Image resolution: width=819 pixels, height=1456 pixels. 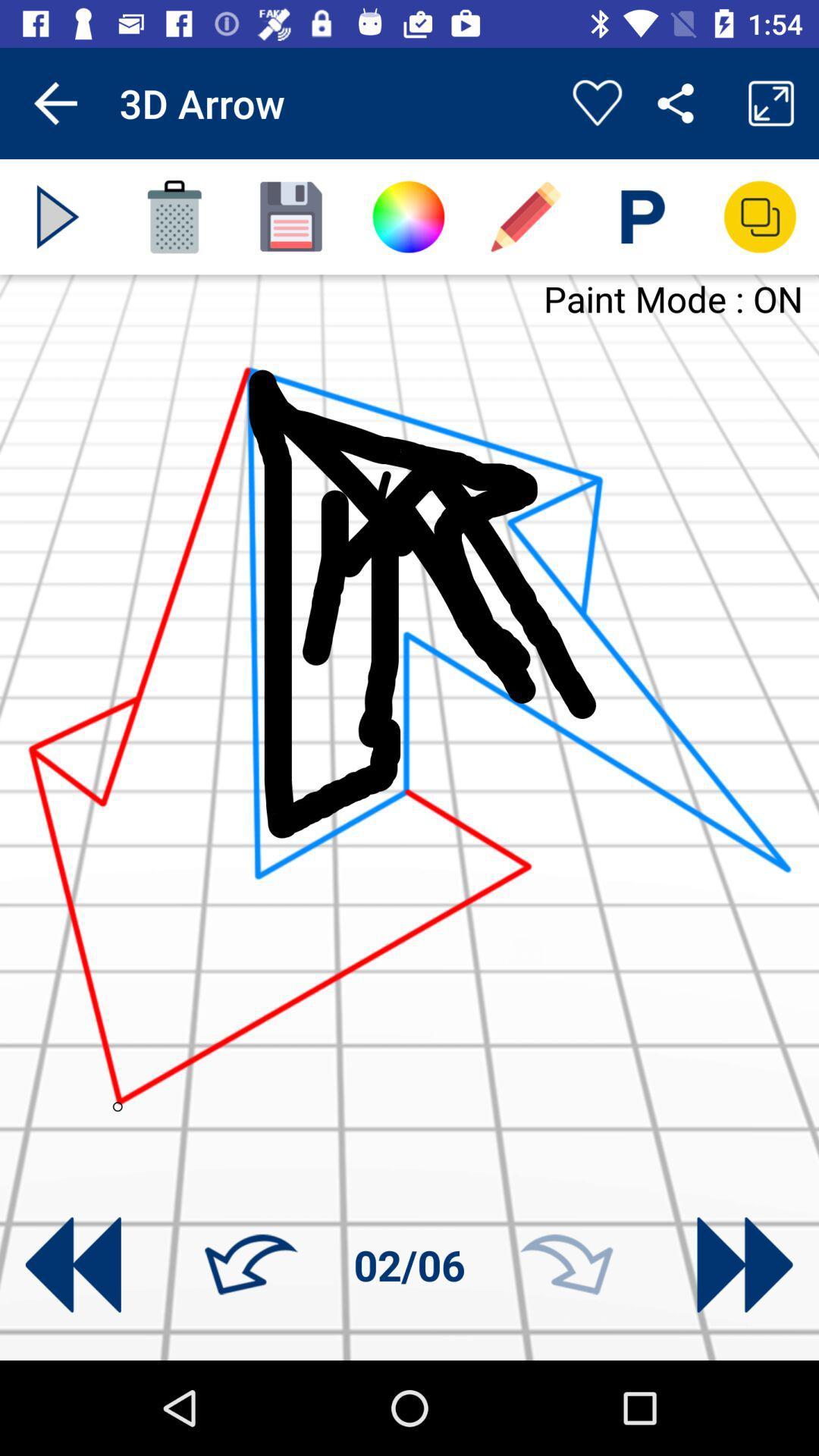 I want to click on previous, so click(x=73, y=1265).